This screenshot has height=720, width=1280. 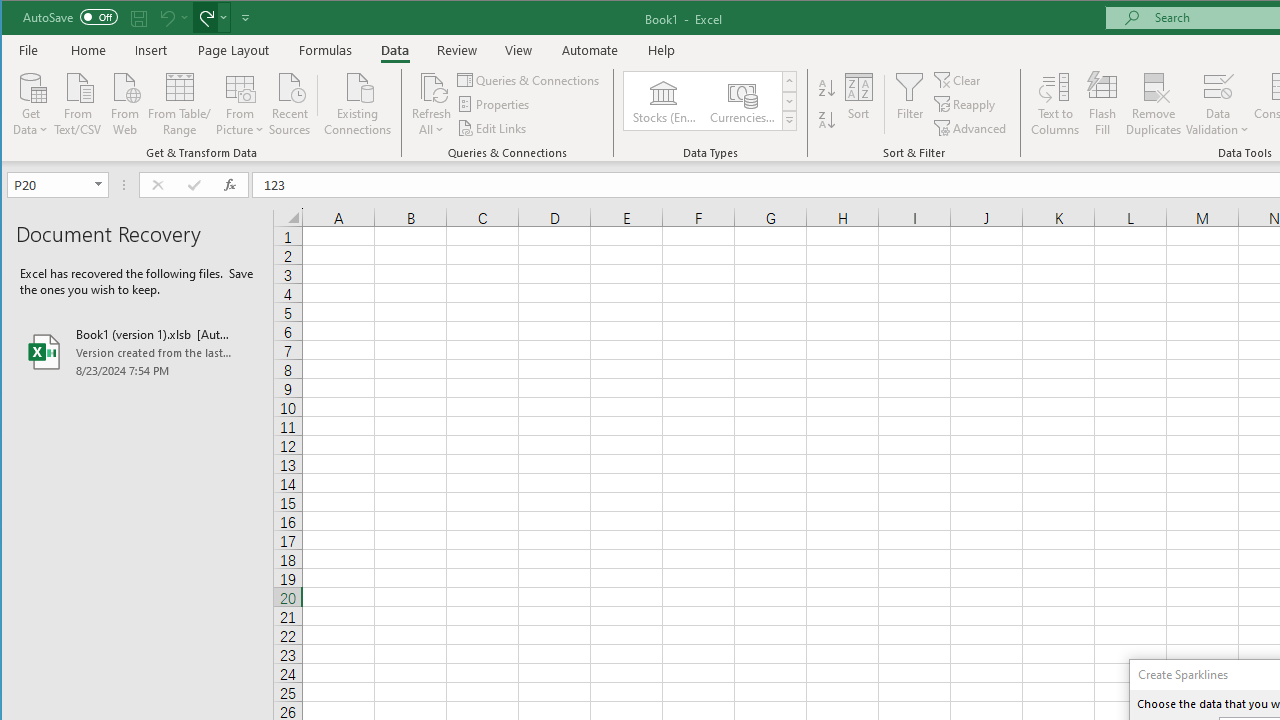 I want to click on 'Flash Fill', so click(x=1101, y=104).